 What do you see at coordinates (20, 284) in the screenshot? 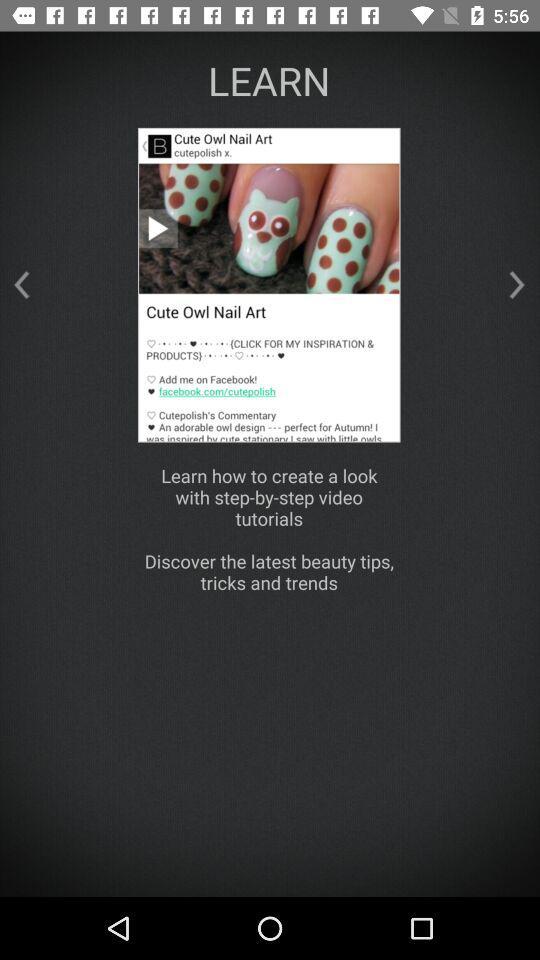
I see `the item at the top left corner` at bounding box center [20, 284].